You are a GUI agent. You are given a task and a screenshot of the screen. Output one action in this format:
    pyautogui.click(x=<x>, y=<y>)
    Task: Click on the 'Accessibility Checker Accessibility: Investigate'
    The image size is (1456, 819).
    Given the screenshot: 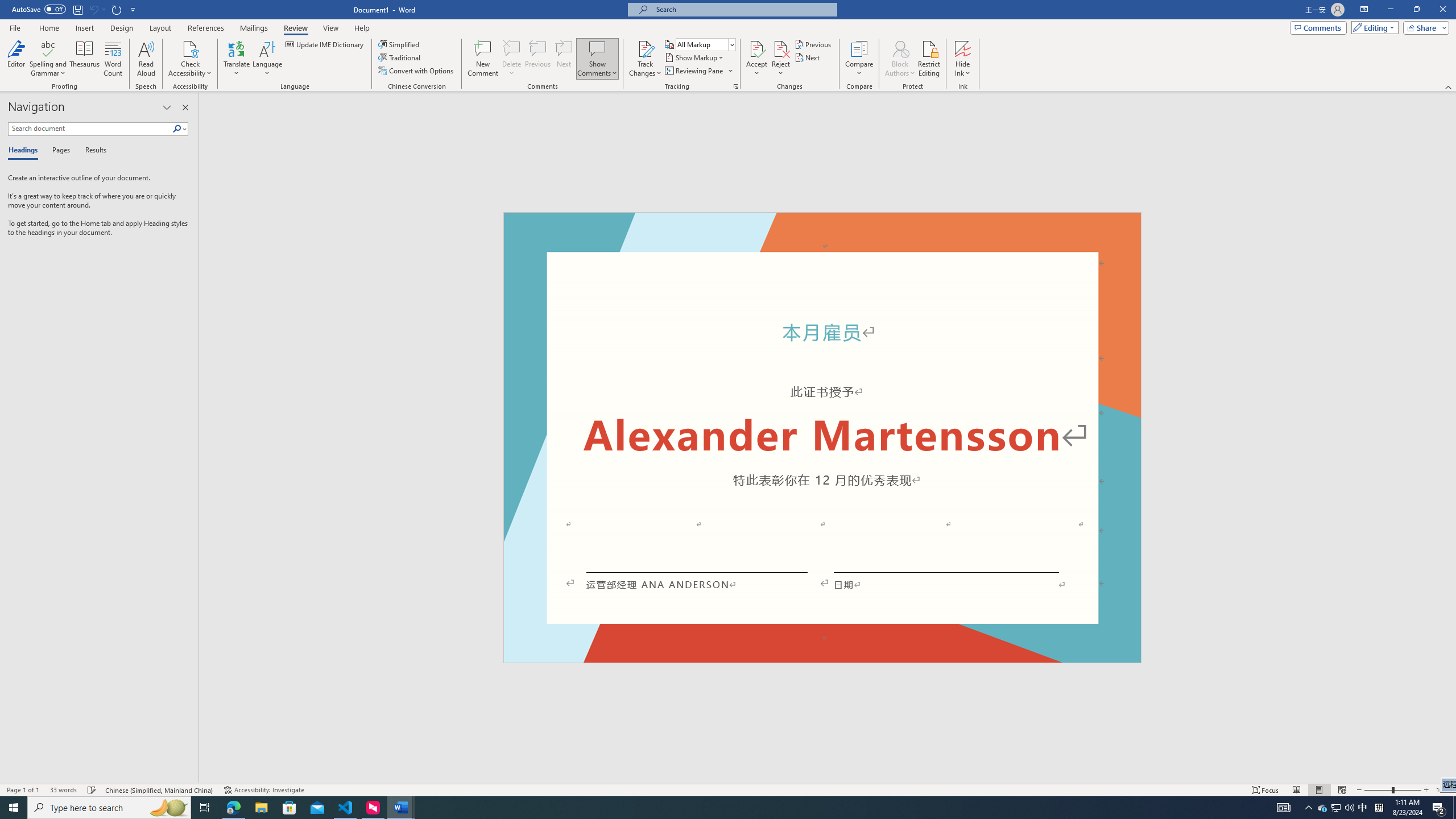 What is the action you would take?
    pyautogui.click(x=264, y=790)
    